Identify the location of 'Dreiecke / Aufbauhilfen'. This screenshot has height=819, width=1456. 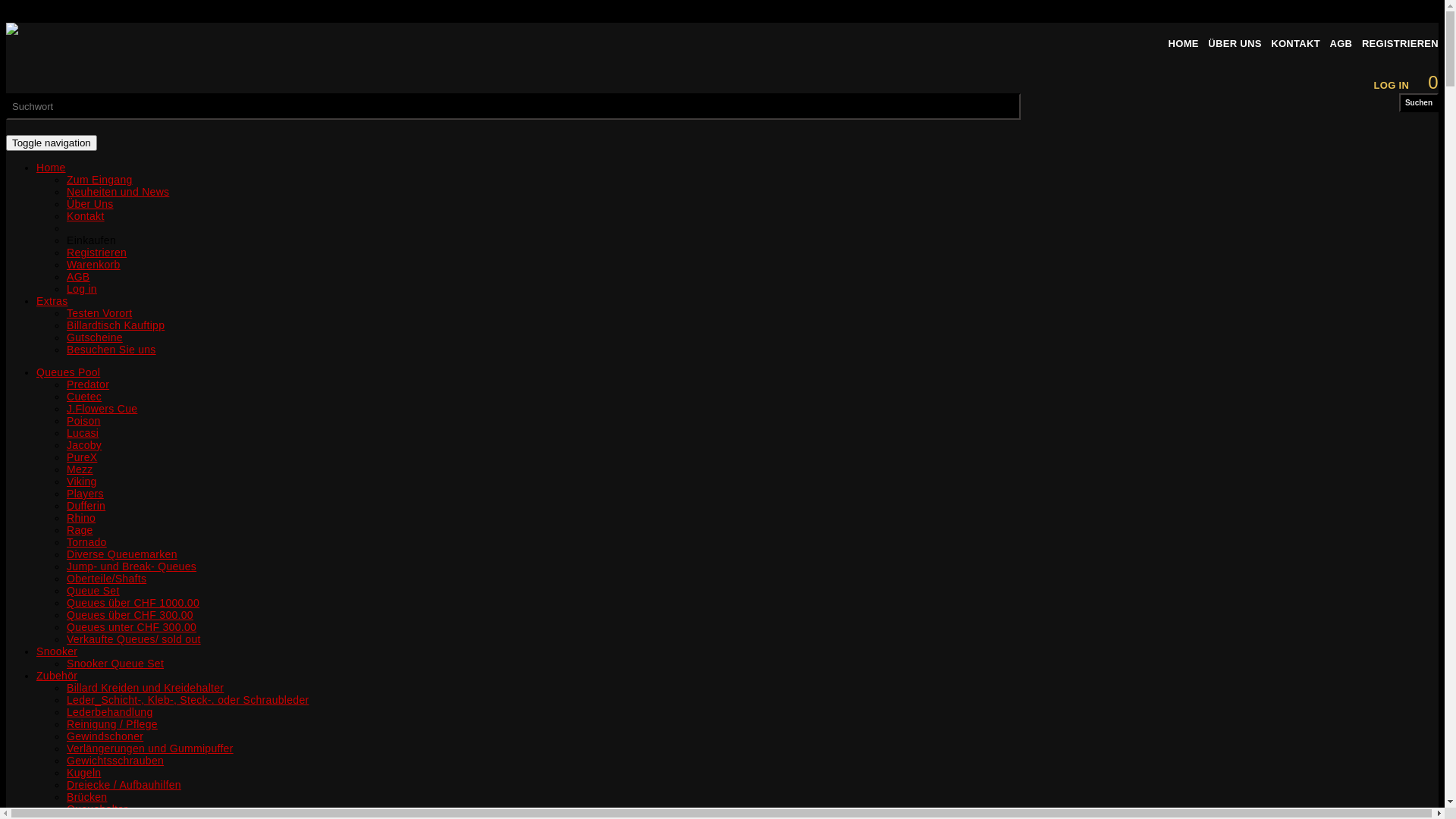
(65, 784).